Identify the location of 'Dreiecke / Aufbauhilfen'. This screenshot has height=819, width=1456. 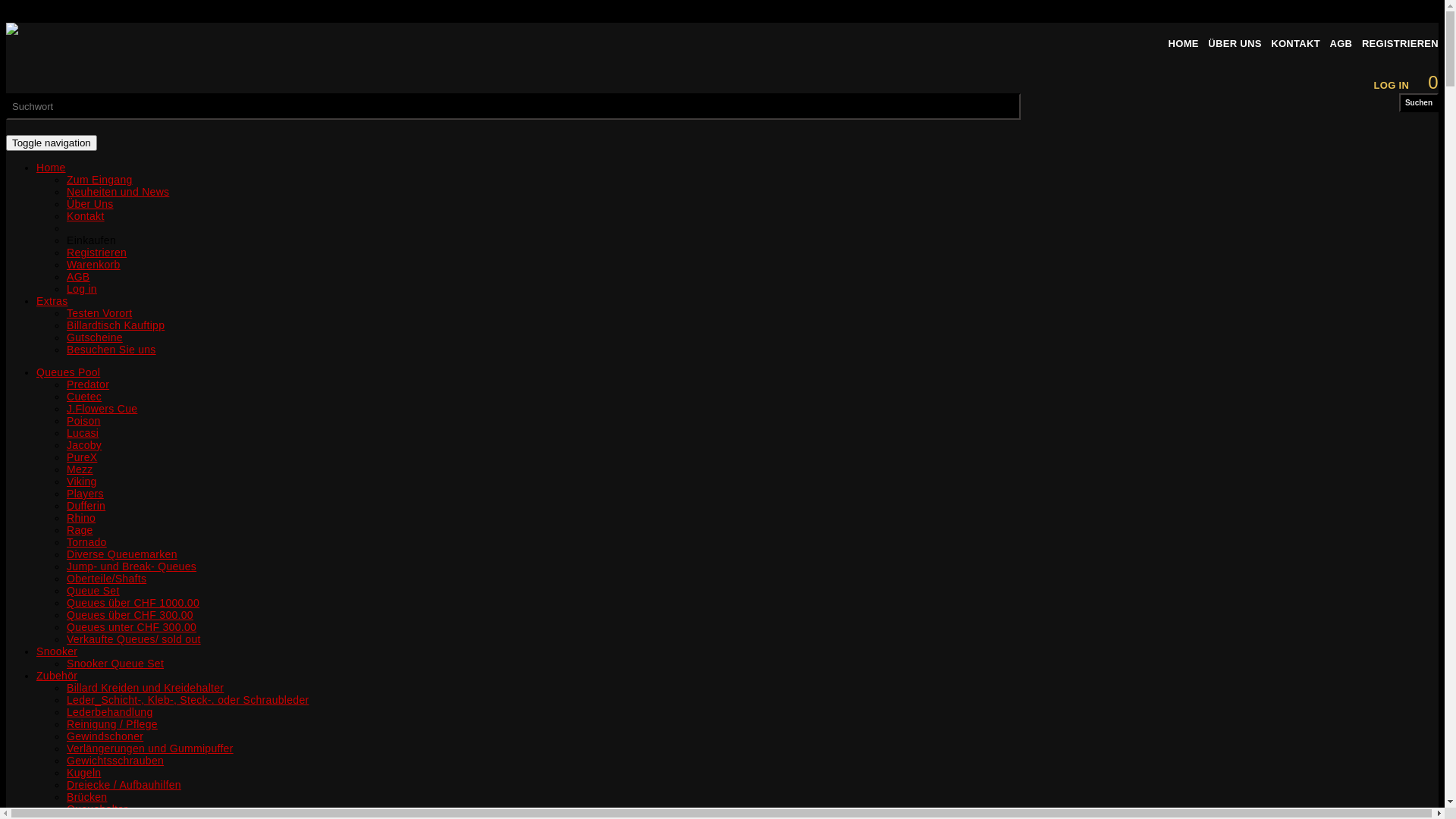
(65, 784).